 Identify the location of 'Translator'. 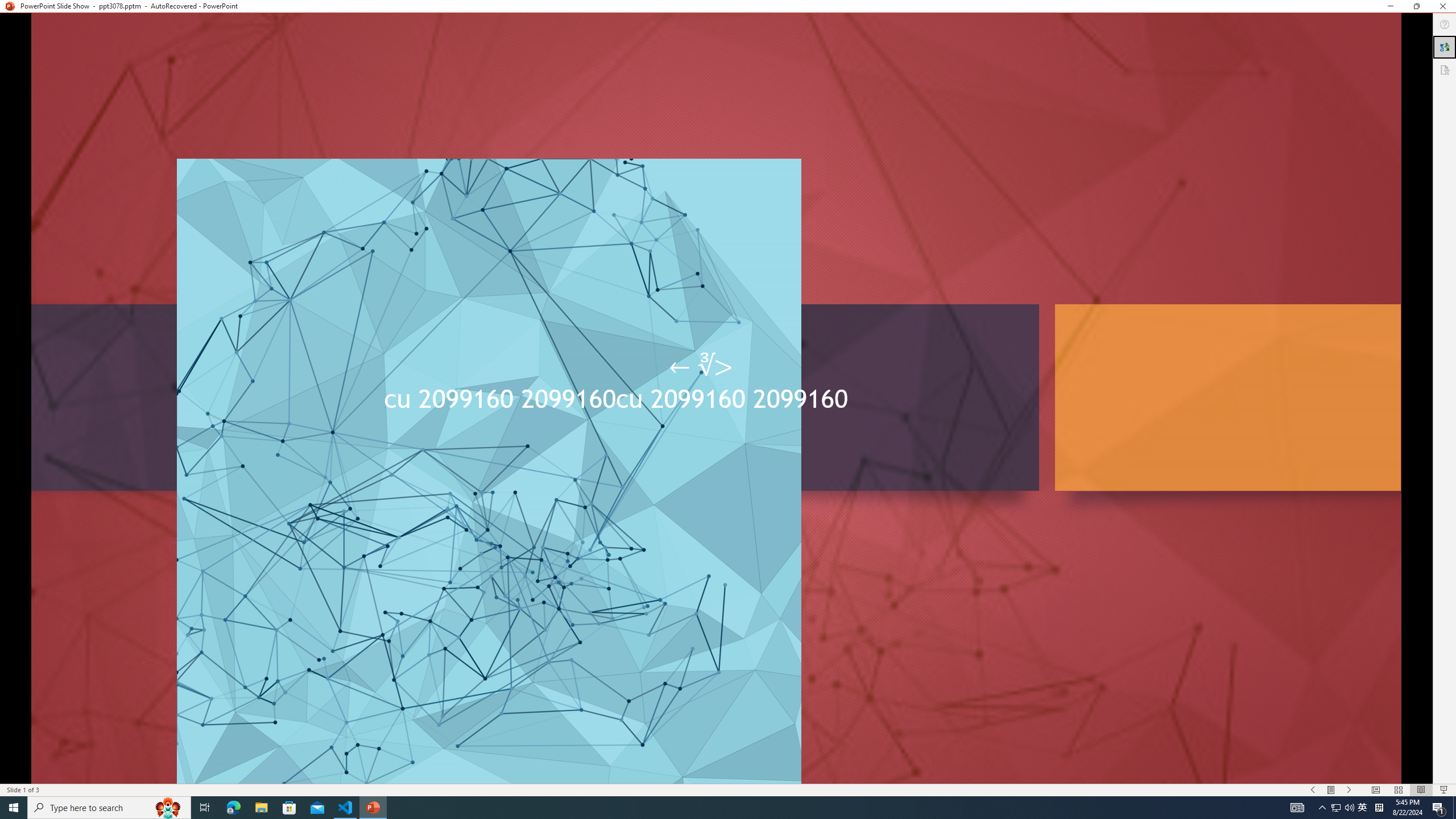
(1444, 47).